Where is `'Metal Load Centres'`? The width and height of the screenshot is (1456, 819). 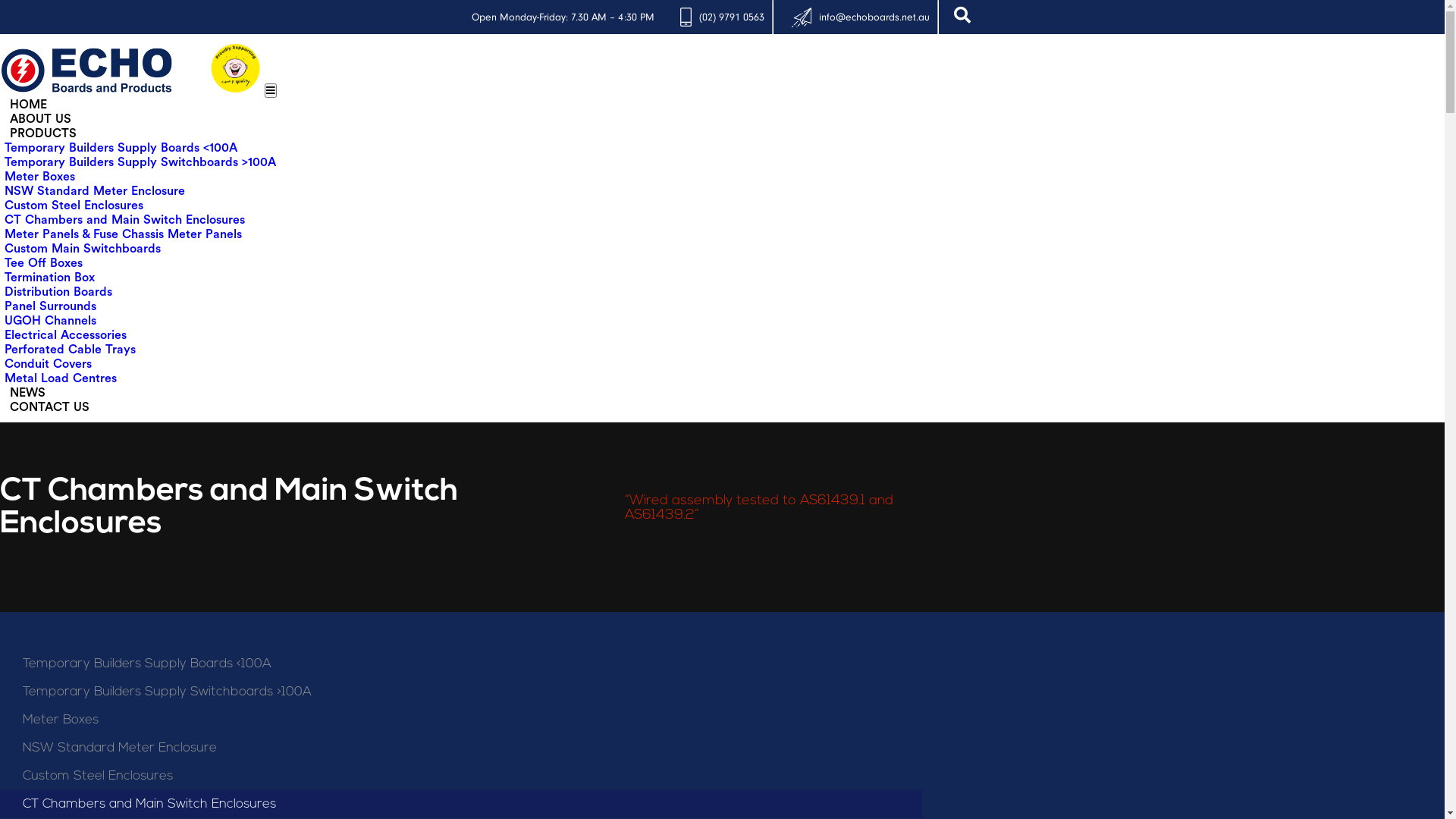 'Metal Load Centres' is located at coordinates (61, 377).